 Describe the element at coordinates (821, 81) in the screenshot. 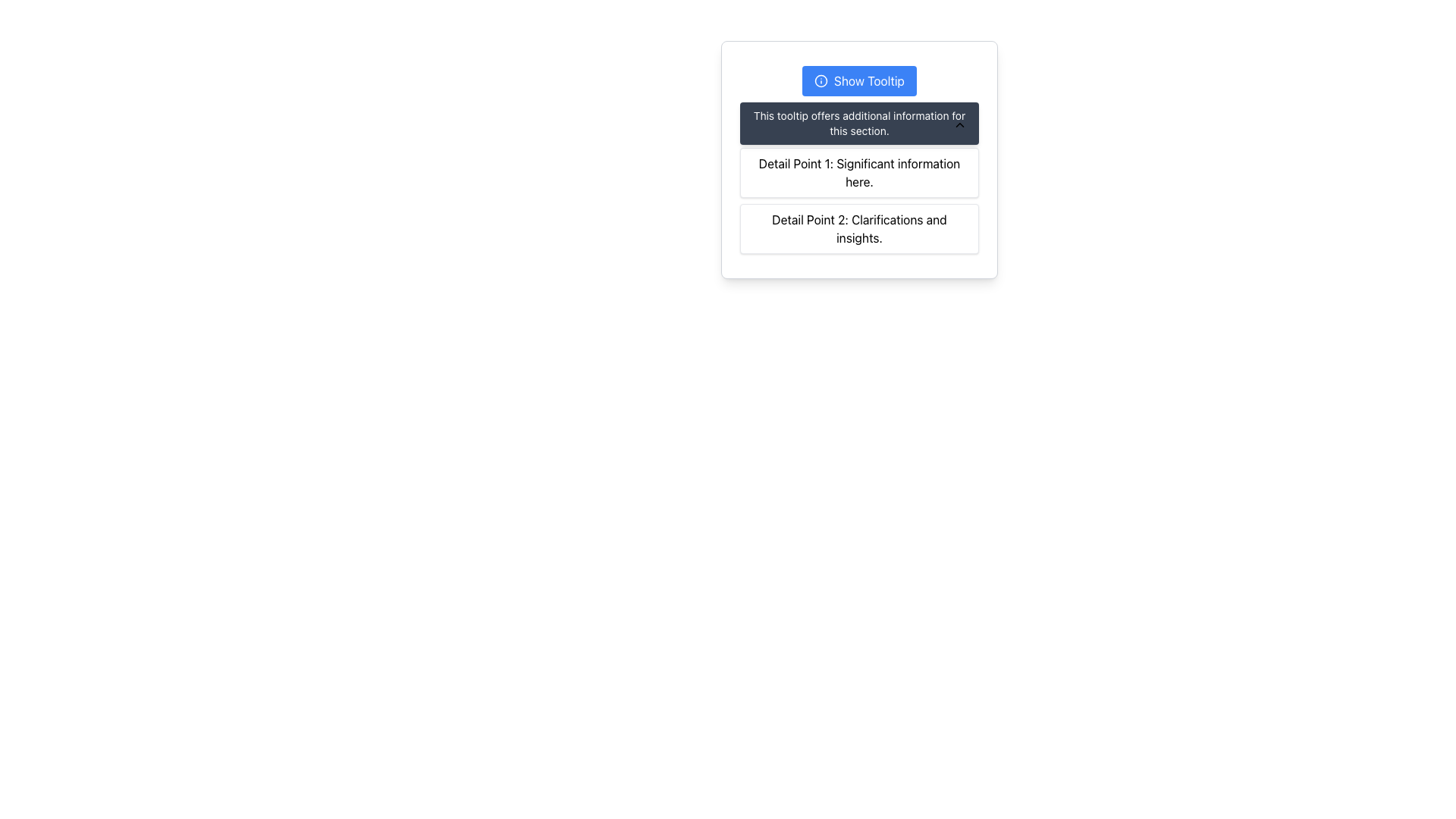

I see `the blue 'Show Tooltip' button that contains the small circular icon with a stylized 'i' symbol, located towards the left side of the button` at that location.